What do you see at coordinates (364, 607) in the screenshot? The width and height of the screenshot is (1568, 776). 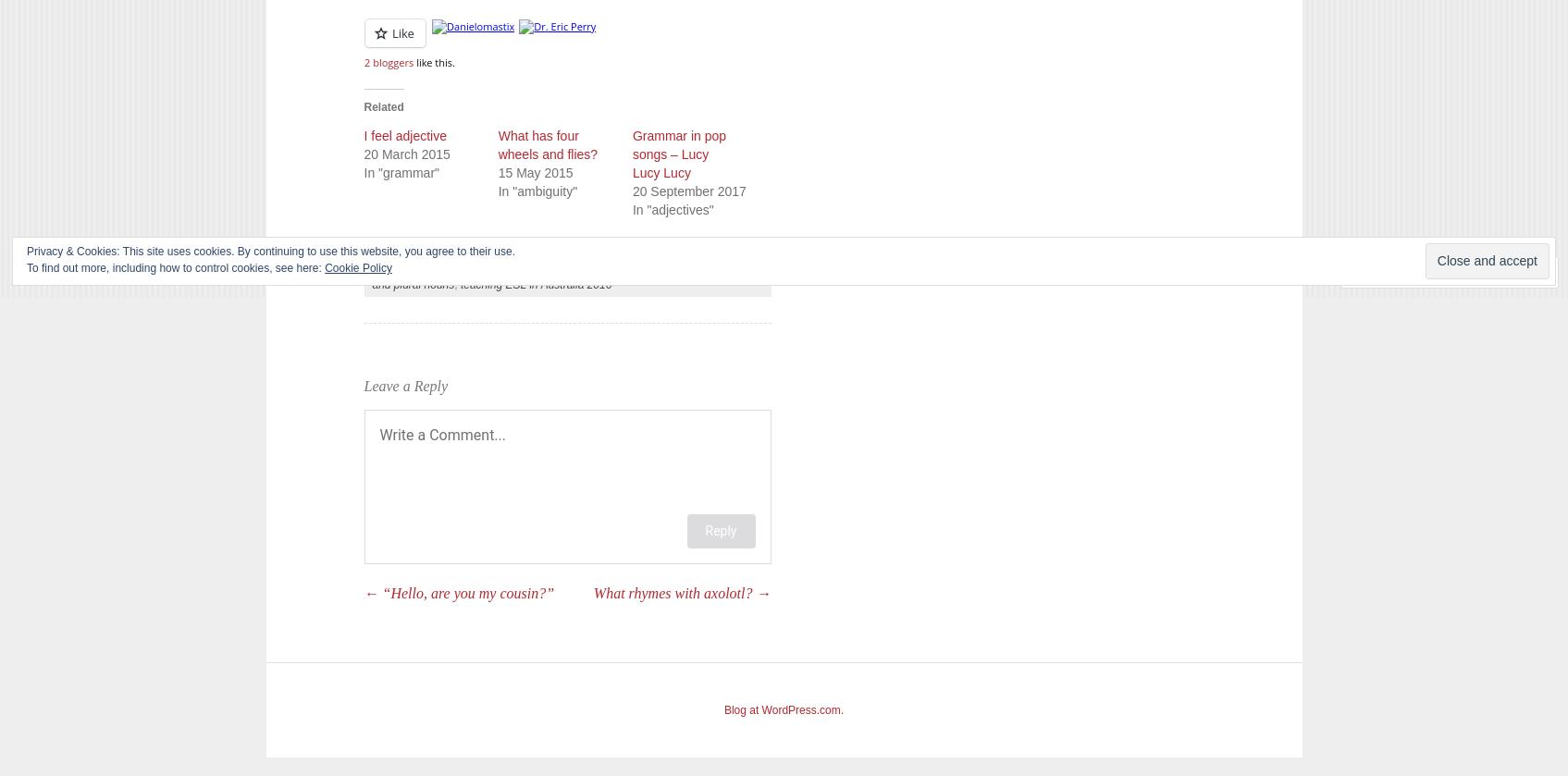 I see `'Post navigation'` at bounding box center [364, 607].